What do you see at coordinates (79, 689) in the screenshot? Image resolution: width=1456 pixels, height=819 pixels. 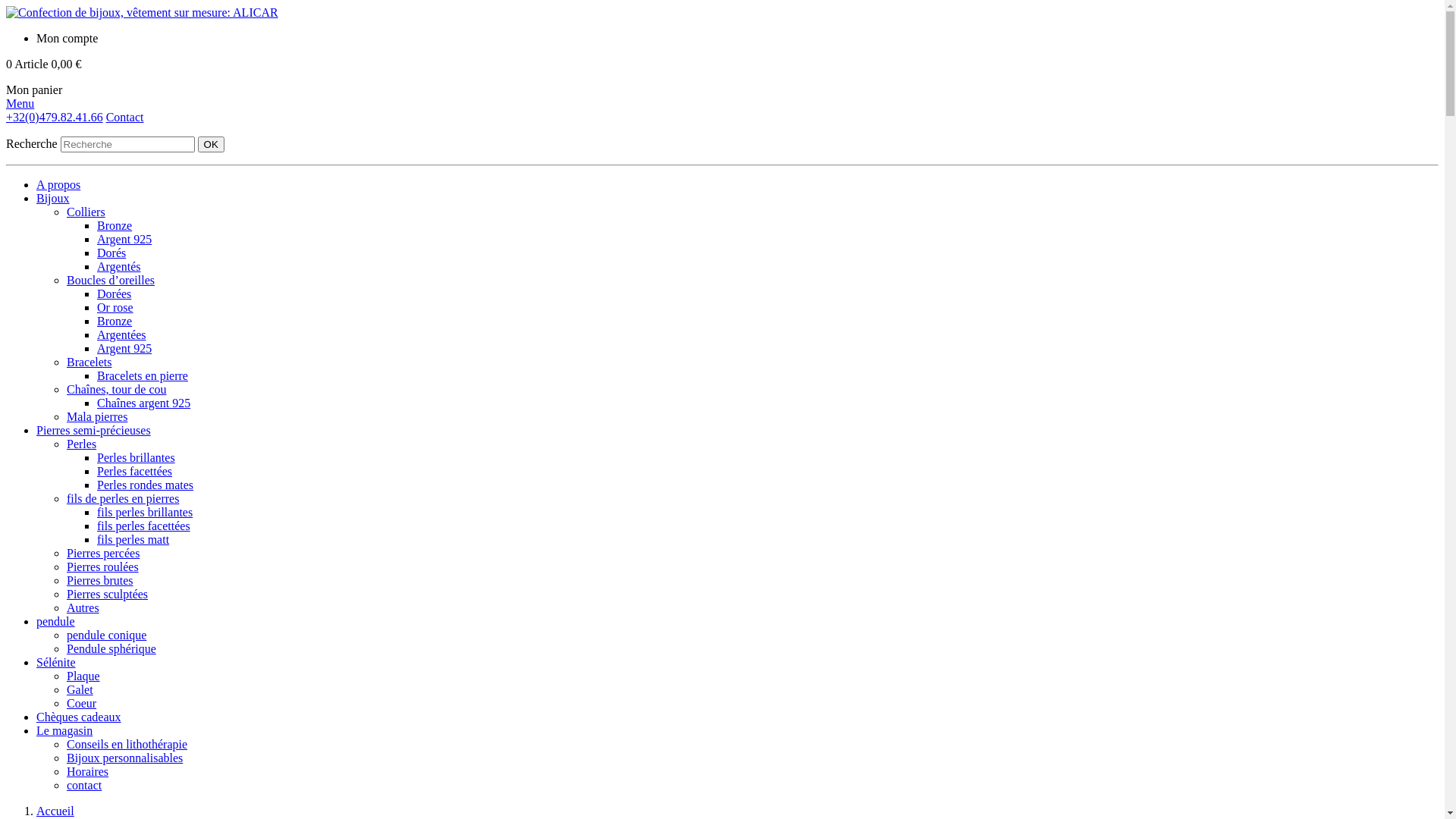 I see `'Galet'` at bounding box center [79, 689].